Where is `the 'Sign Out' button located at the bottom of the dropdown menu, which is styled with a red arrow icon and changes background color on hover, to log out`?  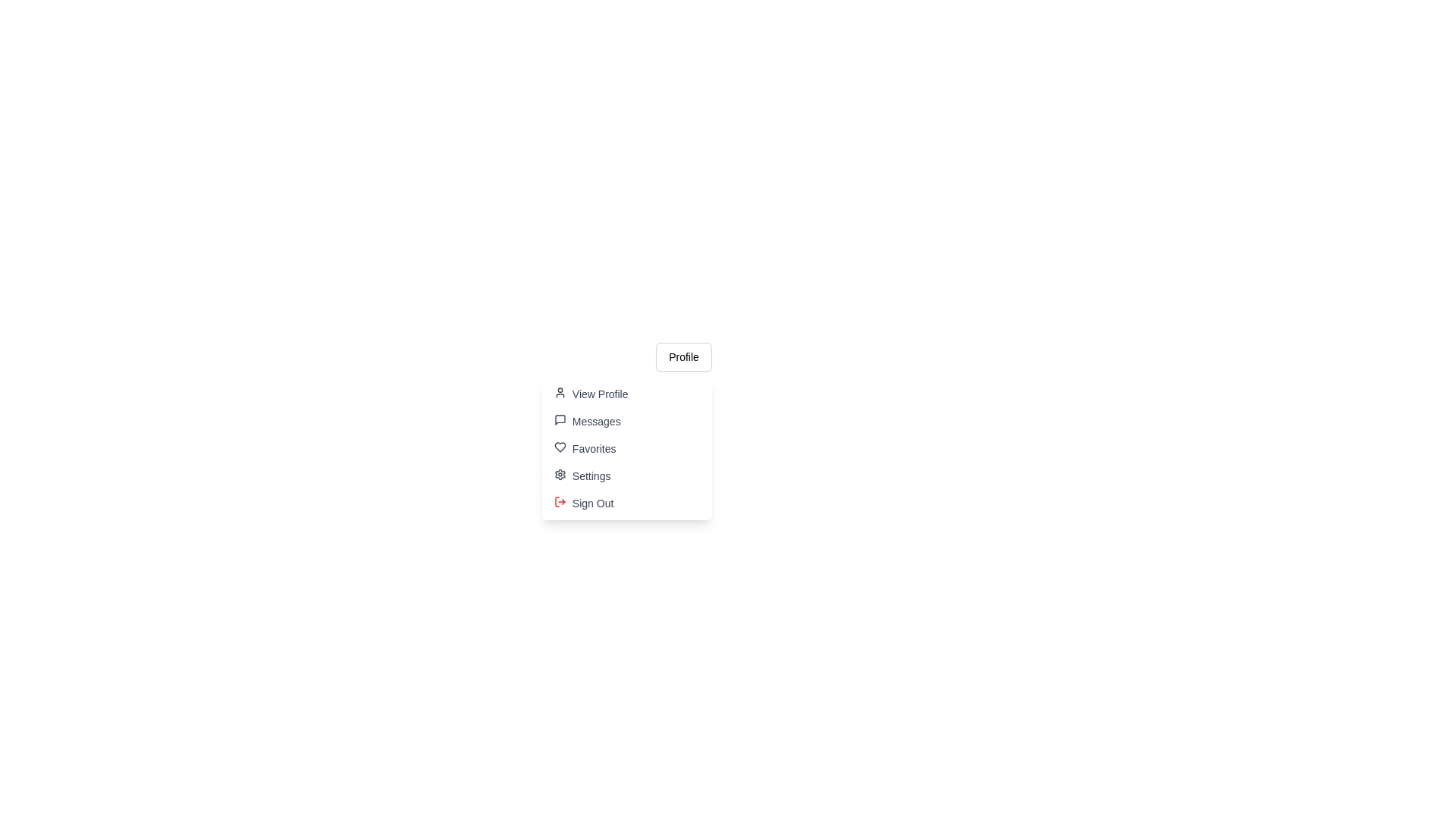 the 'Sign Out' button located at the bottom of the dropdown menu, which is styled with a red arrow icon and changes background color on hover, to log out is located at coordinates (626, 503).